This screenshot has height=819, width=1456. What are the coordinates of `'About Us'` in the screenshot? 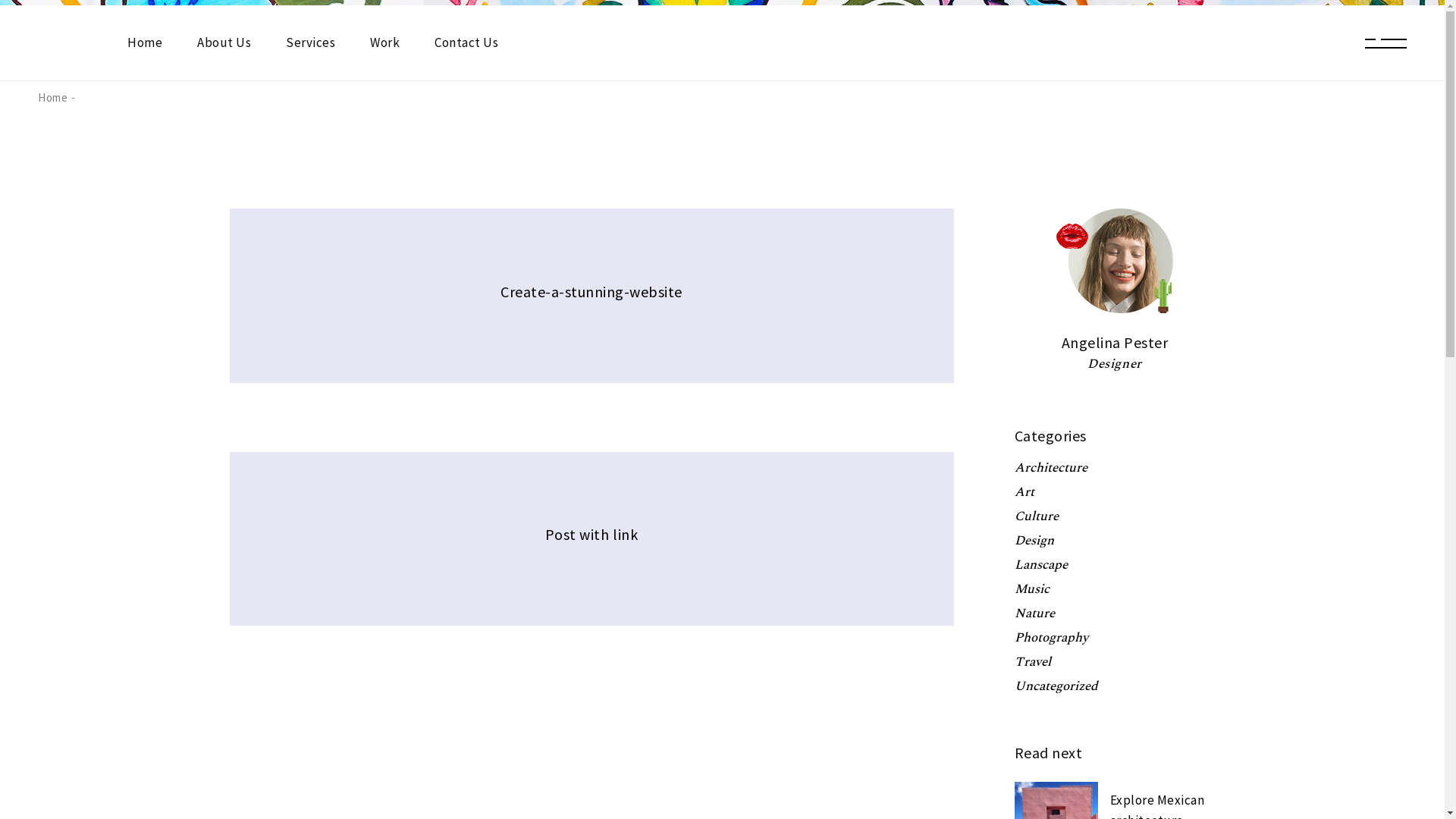 It's located at (658, 543).